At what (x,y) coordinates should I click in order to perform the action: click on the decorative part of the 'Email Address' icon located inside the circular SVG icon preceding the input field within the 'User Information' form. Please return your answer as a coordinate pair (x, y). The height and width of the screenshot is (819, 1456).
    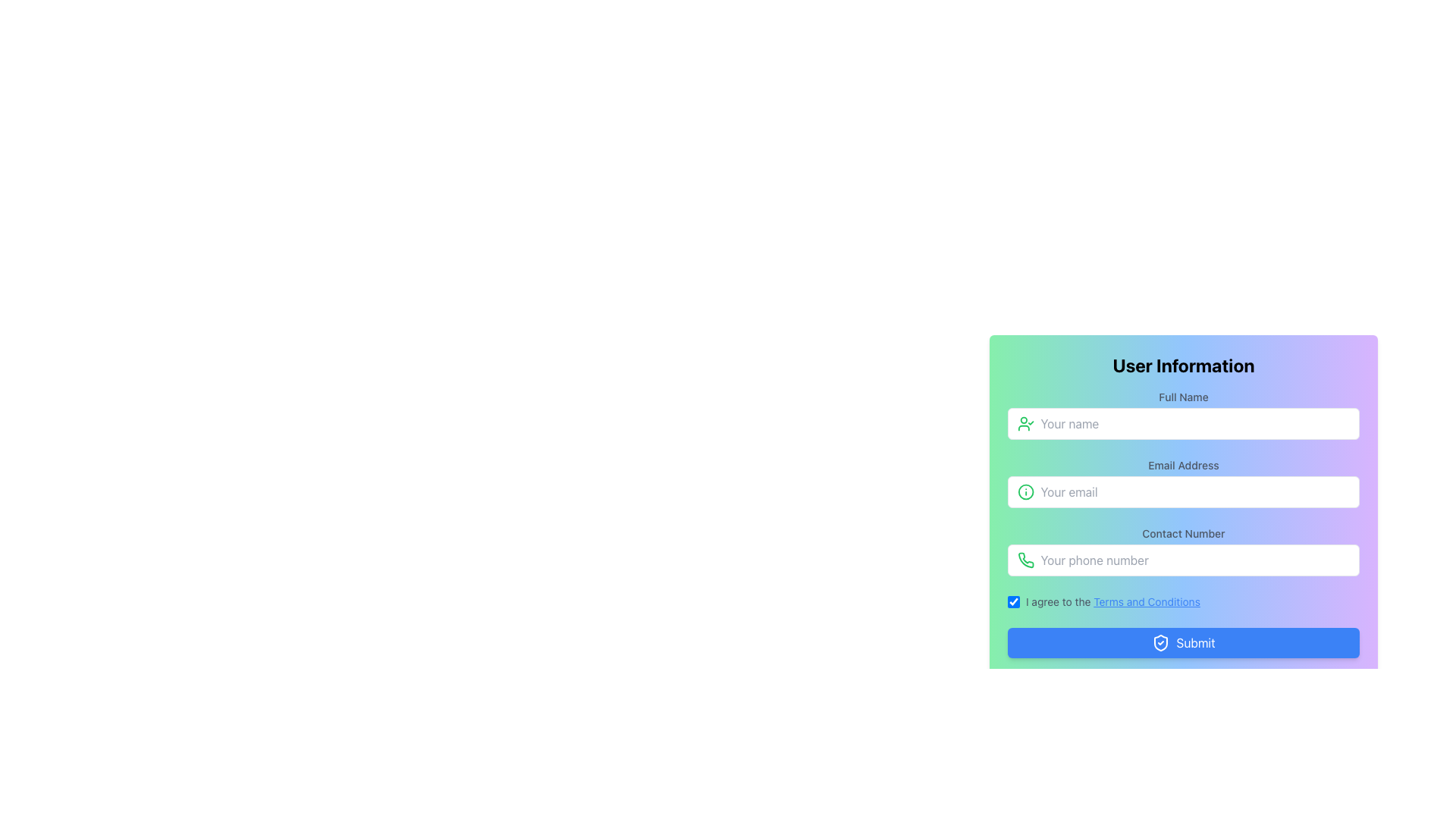
    Looking at the image, I should click on (1026, 491).